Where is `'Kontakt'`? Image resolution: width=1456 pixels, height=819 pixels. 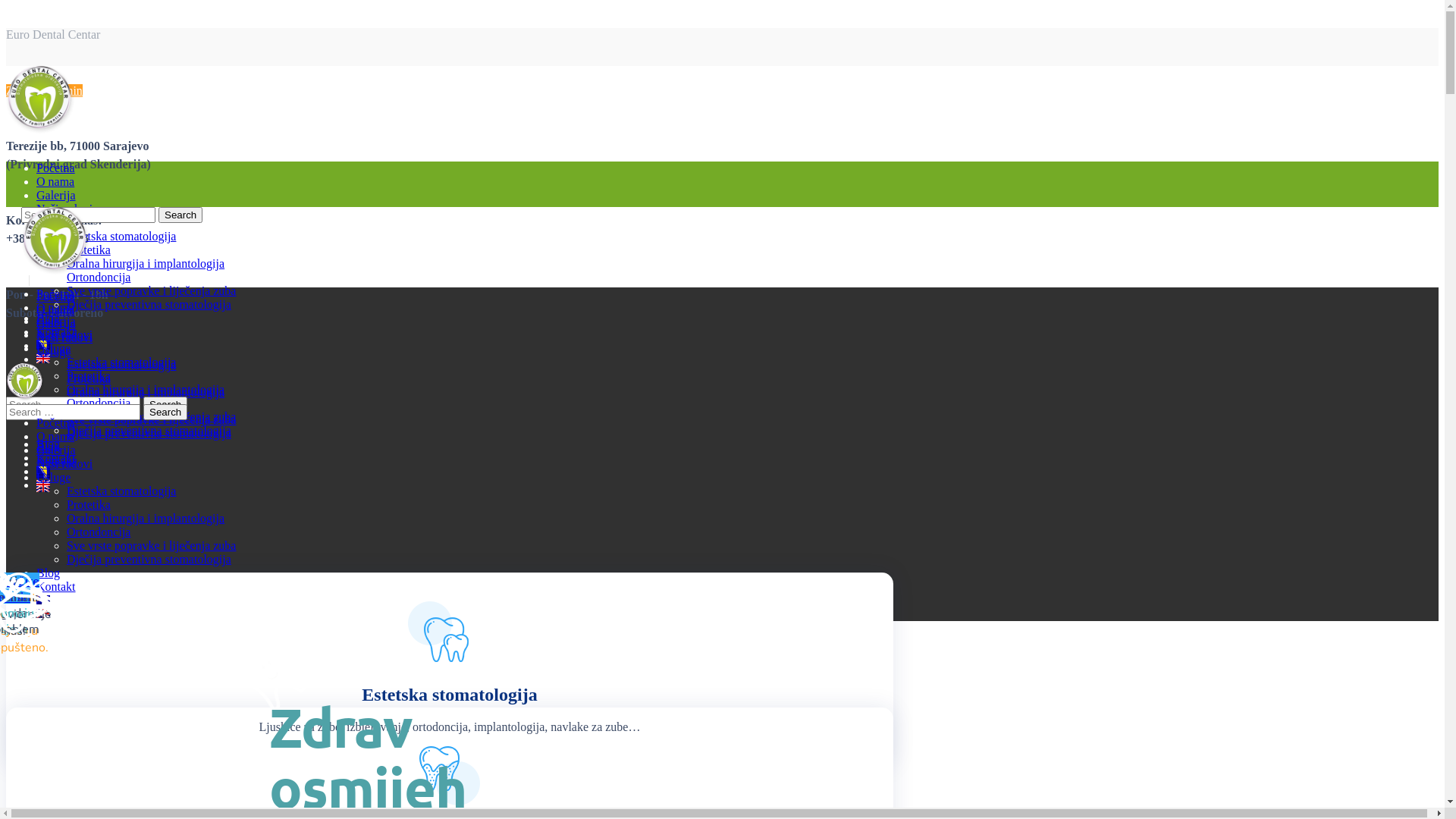 'Kontakt' is located at coordinates (36, 457).